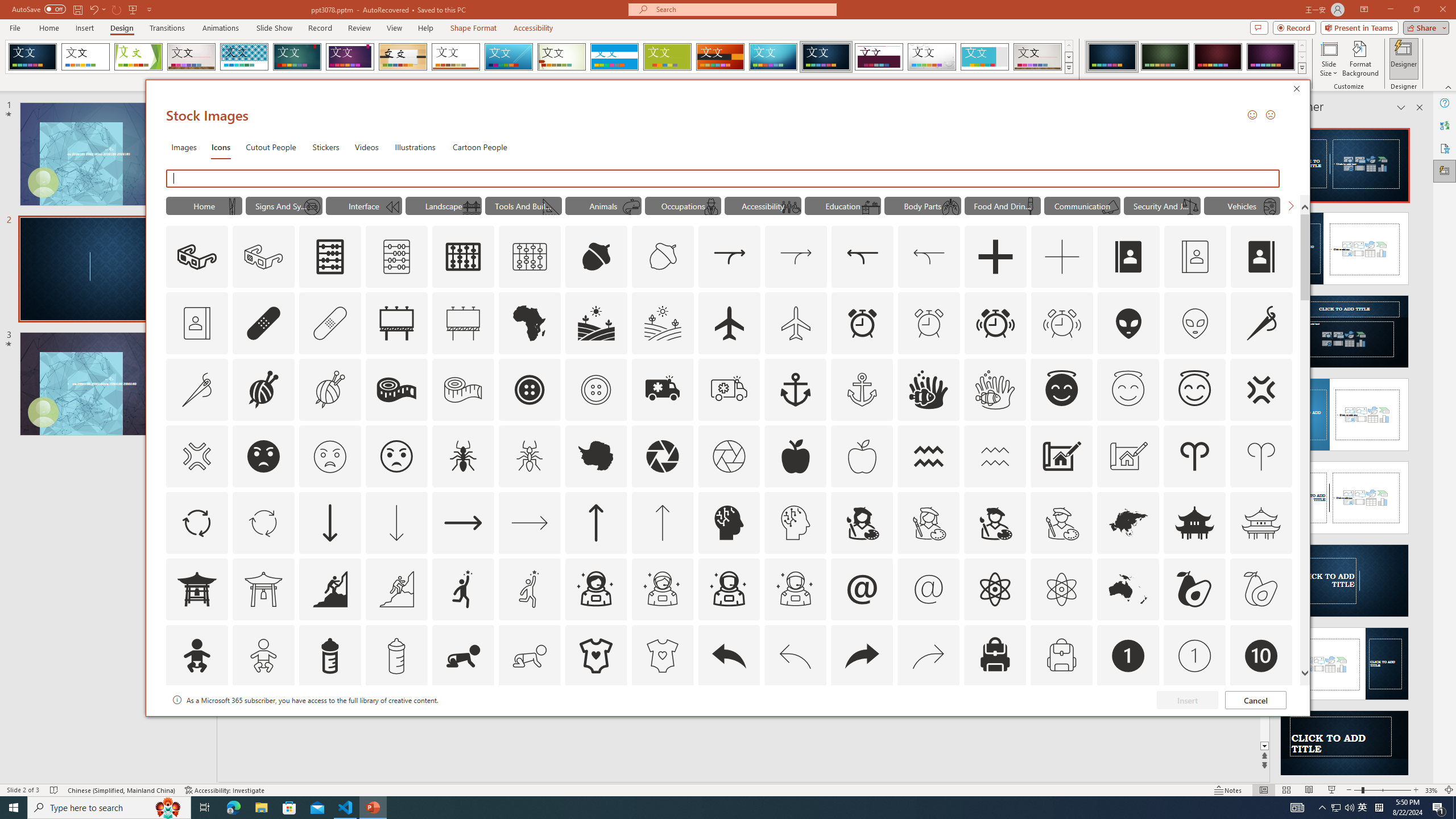 Image resolution: width=1456 pixels, height=819 pixels. I want to click on 'AutomationID: Icons_ArrowCircle', so click(196, 522).